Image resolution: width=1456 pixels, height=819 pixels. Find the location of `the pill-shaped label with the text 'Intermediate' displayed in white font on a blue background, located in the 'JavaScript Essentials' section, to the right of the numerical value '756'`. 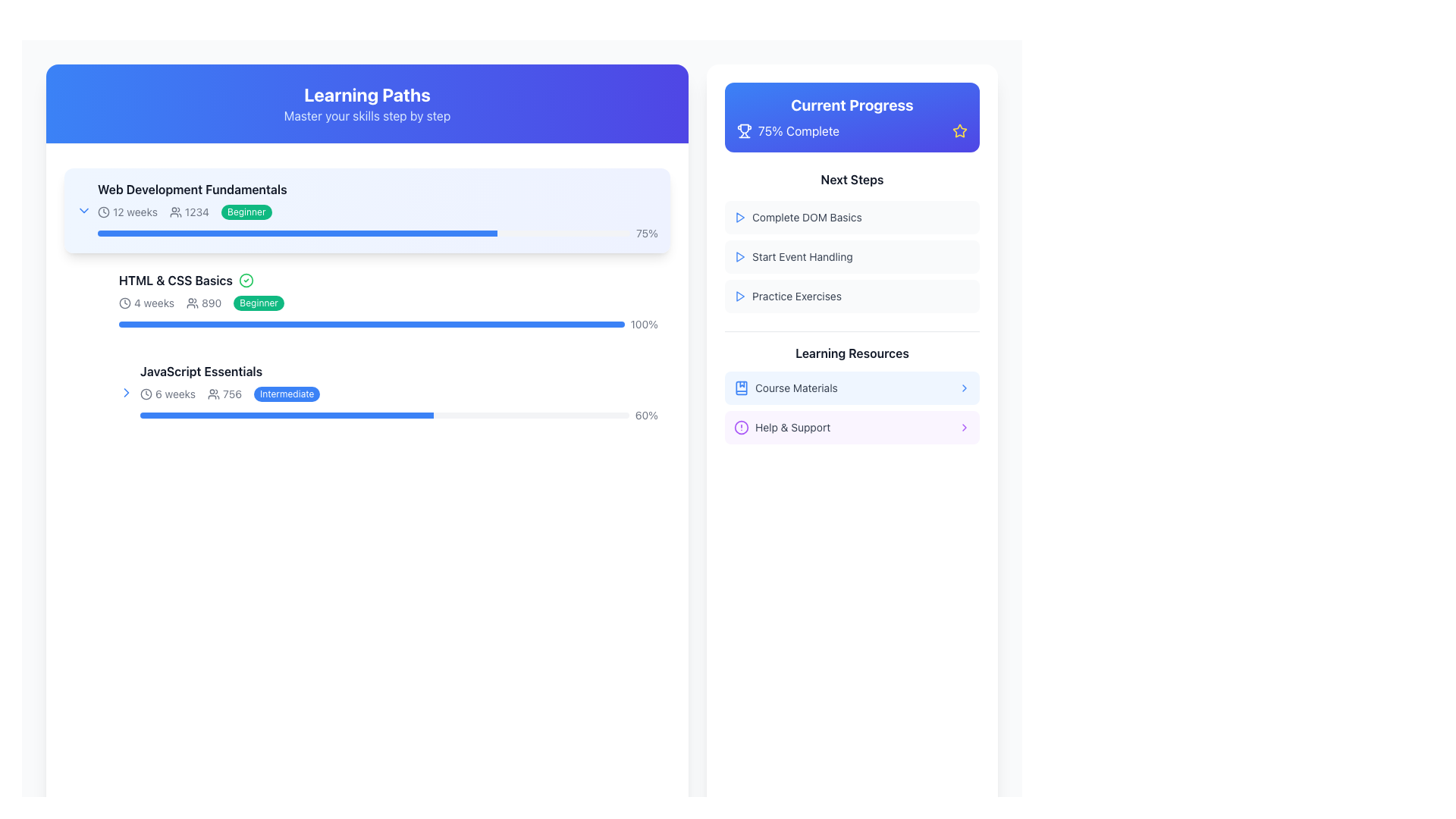

the pill-shaped label with the text 'Intermediate' displayed in white font on a blue background, located in the 'JavaScript Essentials' section, to the right of the numerical value '756' is located at coordinates (287, 394).